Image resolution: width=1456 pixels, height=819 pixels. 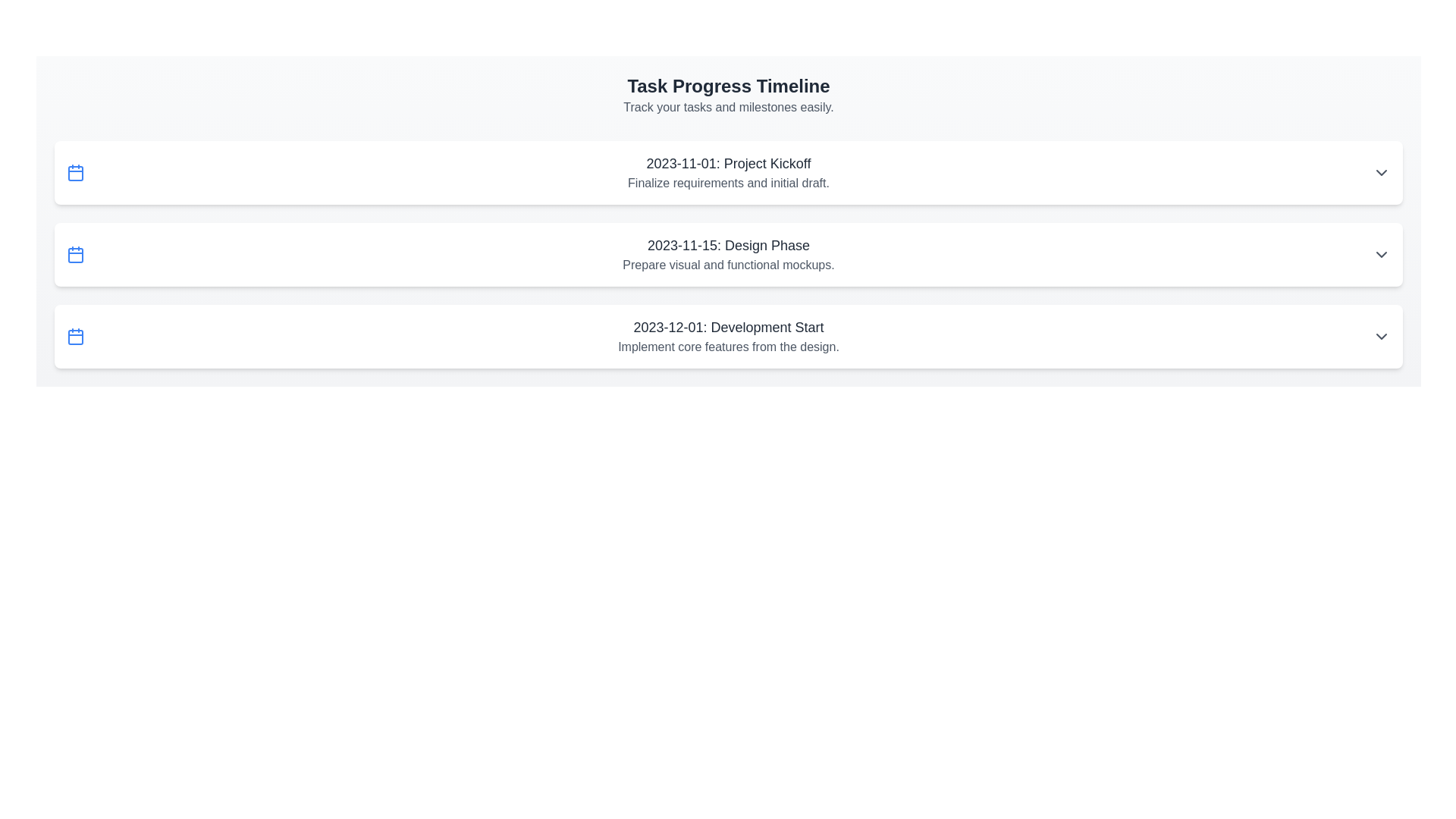 What do you see at coordinates (75, 171) in the screenshot?
I see `the calendar icon located to the far left of the box displaying '2023-11-01: Project Kickoff'` at bounding box center [75, 171].